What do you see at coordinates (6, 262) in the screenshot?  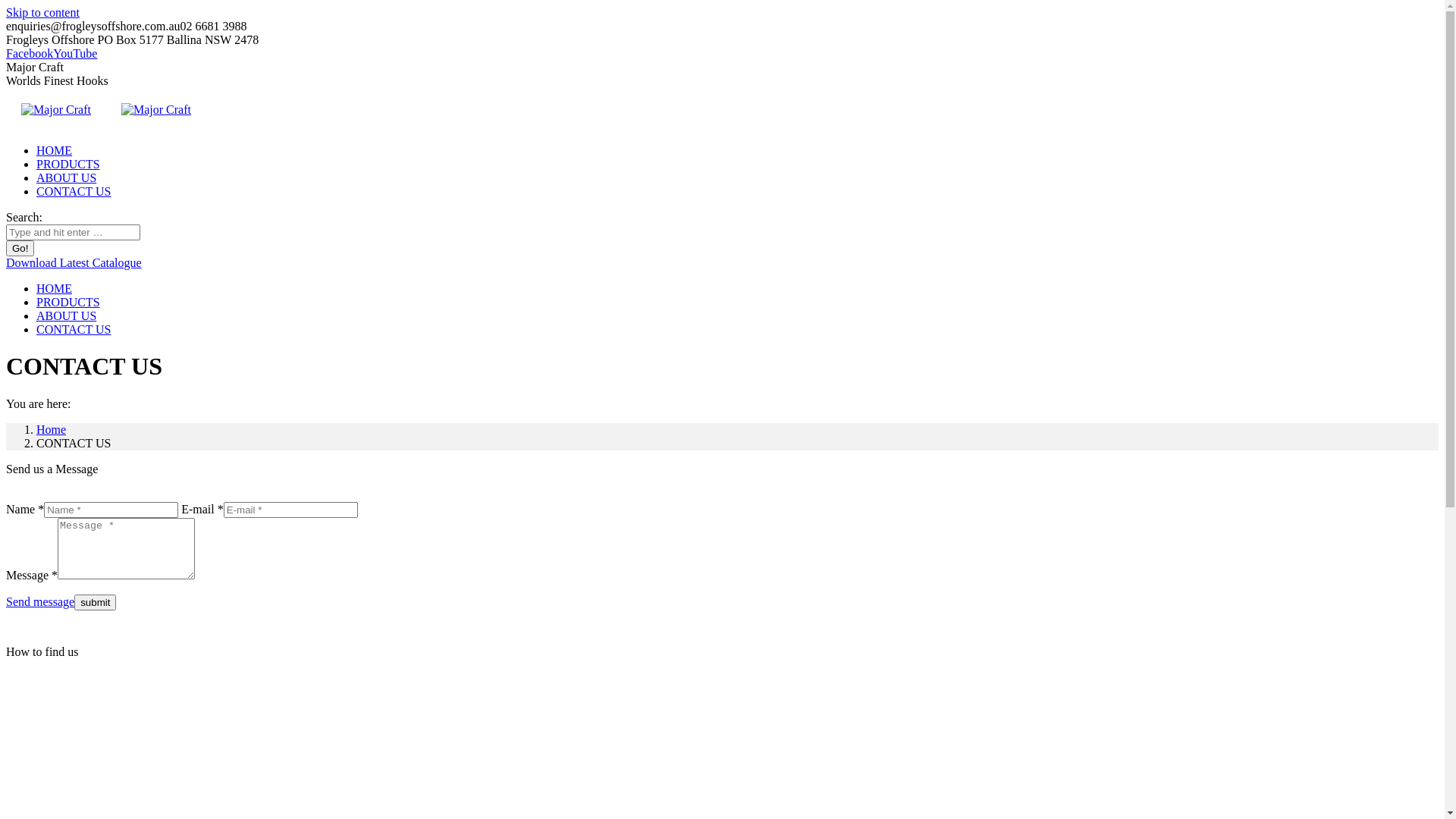 I see `'Download Latest Catalogue'` at bounding box center [6, 262].